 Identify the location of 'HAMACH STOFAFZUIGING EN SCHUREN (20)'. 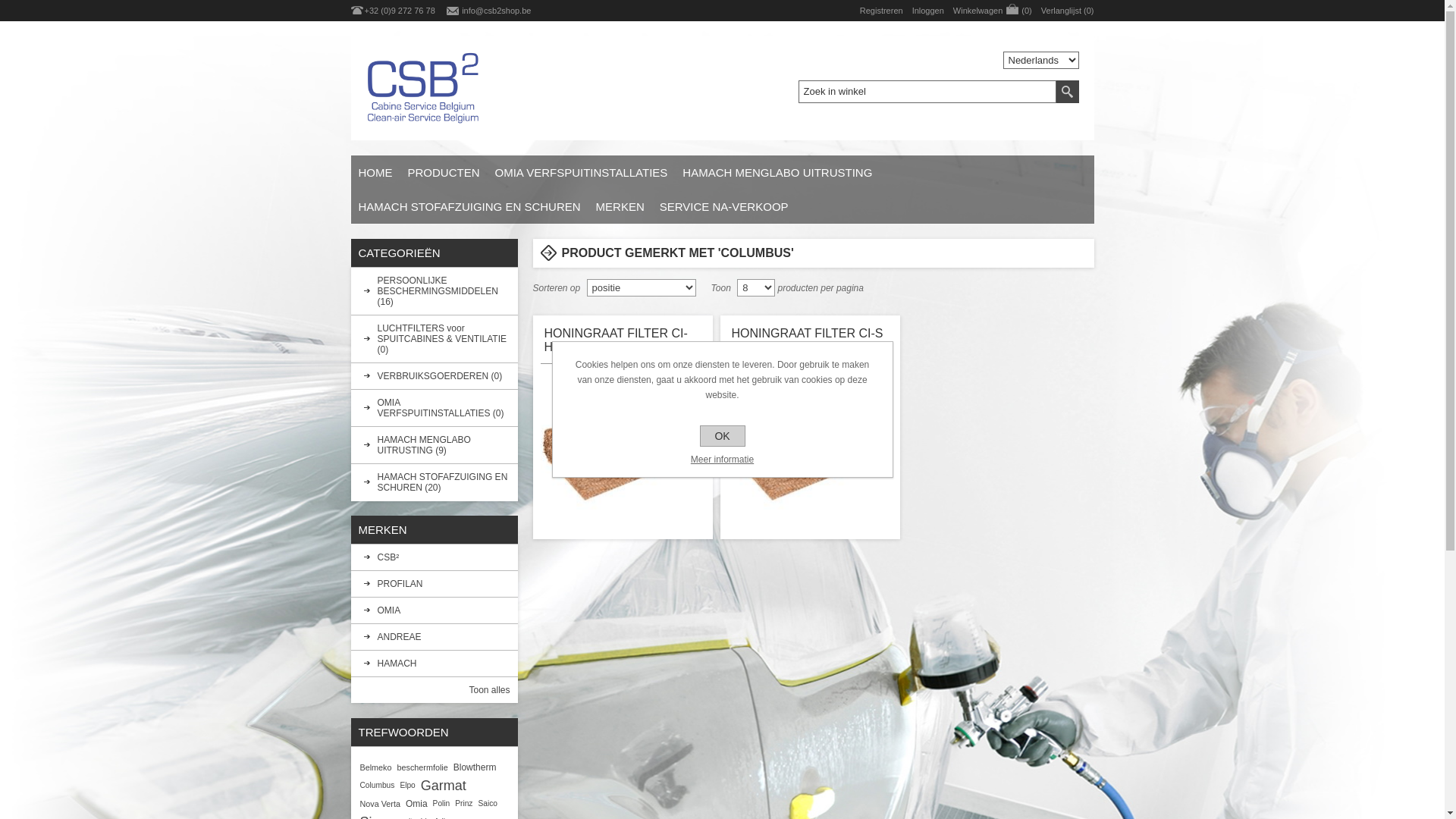
(432, 482).